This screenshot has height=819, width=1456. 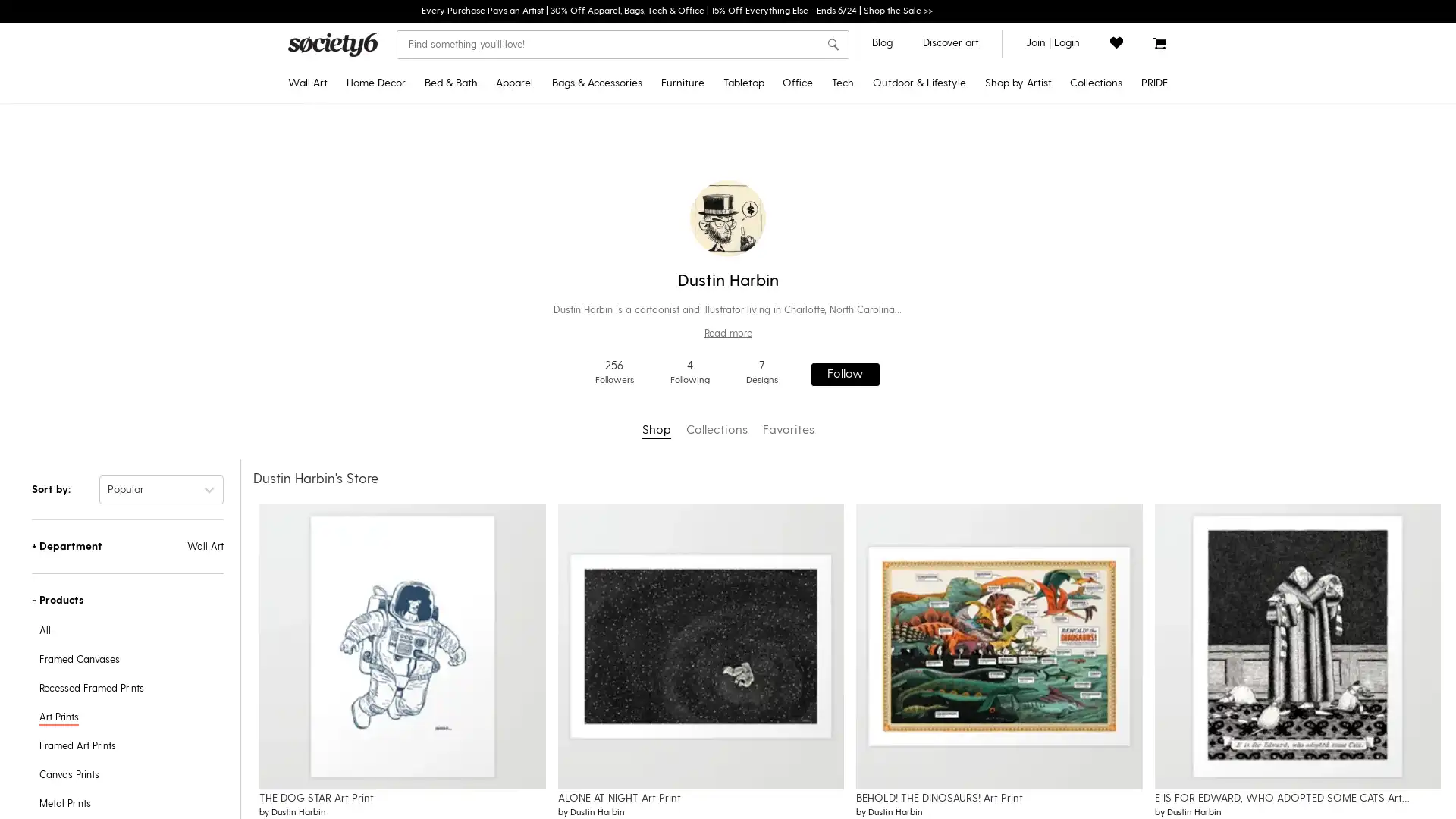 What do you see at coordinates (404, 194) in the screenshot?
I see `Floor Pillows` at bounding box center [404, 194].